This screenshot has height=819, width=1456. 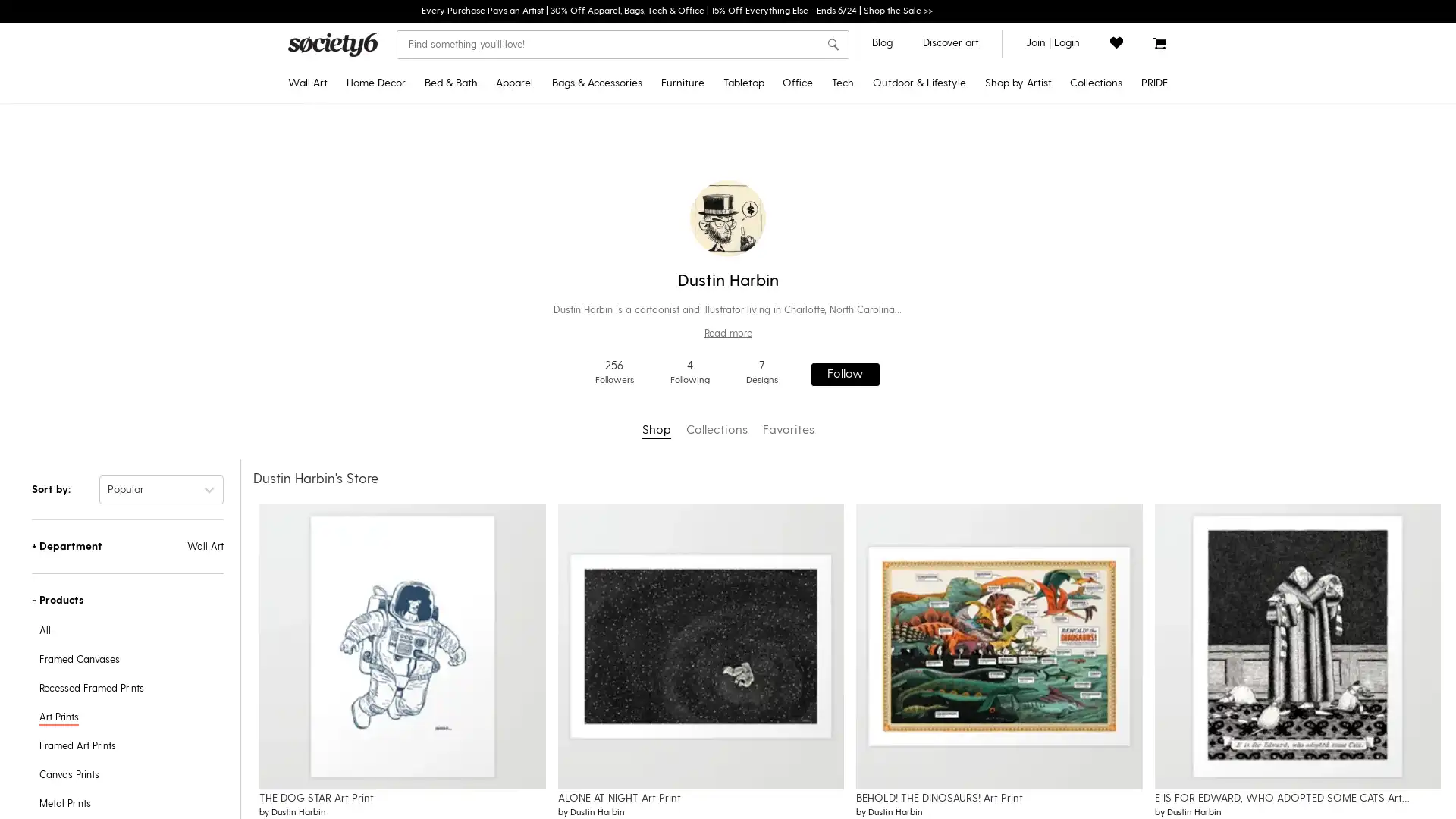 What do you see at coordinates (404, 194) in the screenshot?
I see `Floor Pillows` at bounding box center [404, 194].